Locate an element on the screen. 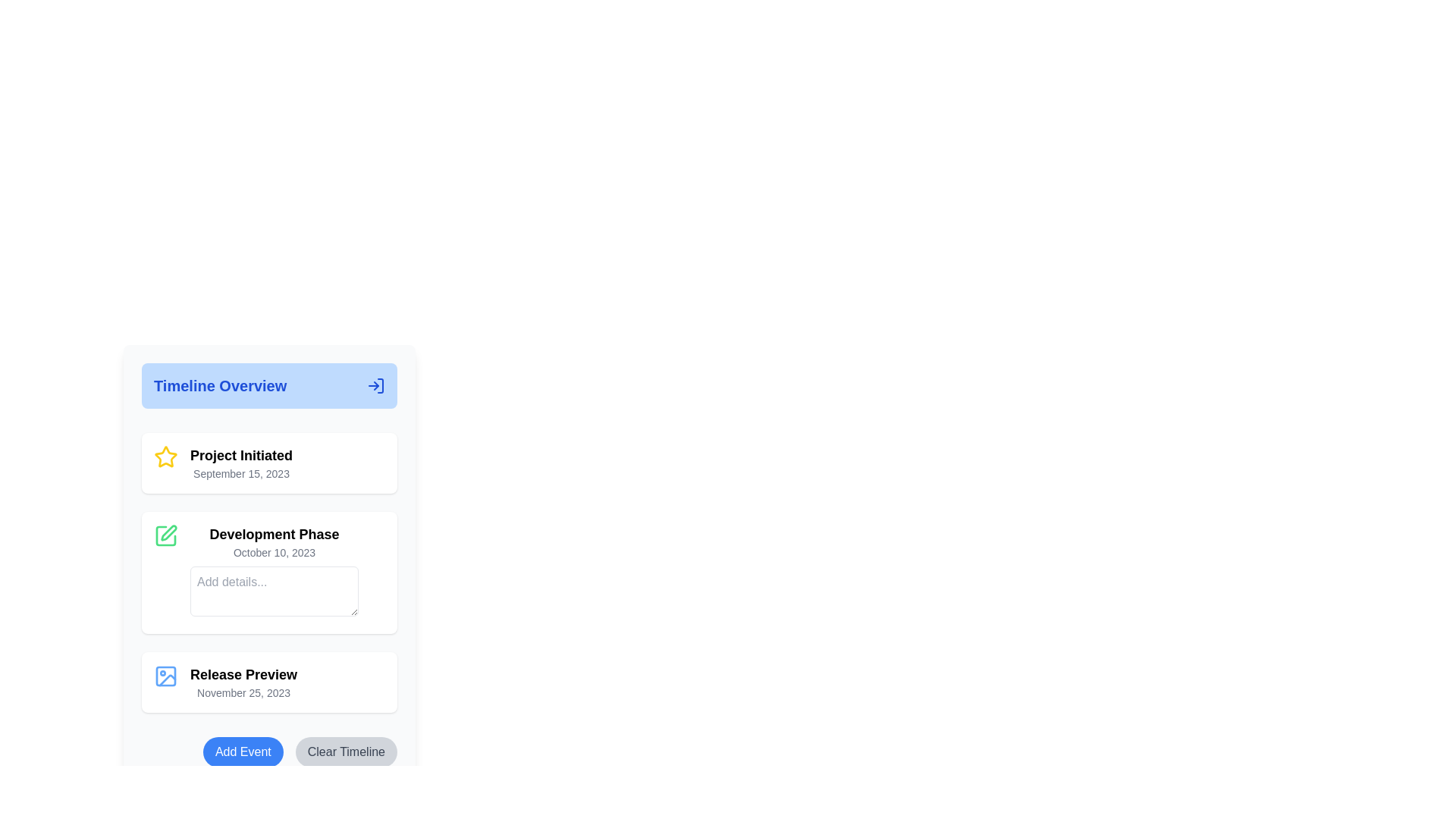 This screenshot has height=819, width=1456. the text label or title that serves as a header, located in a light-blue rounded box at the top of the vertical layout is located at coordinates (219, 385).